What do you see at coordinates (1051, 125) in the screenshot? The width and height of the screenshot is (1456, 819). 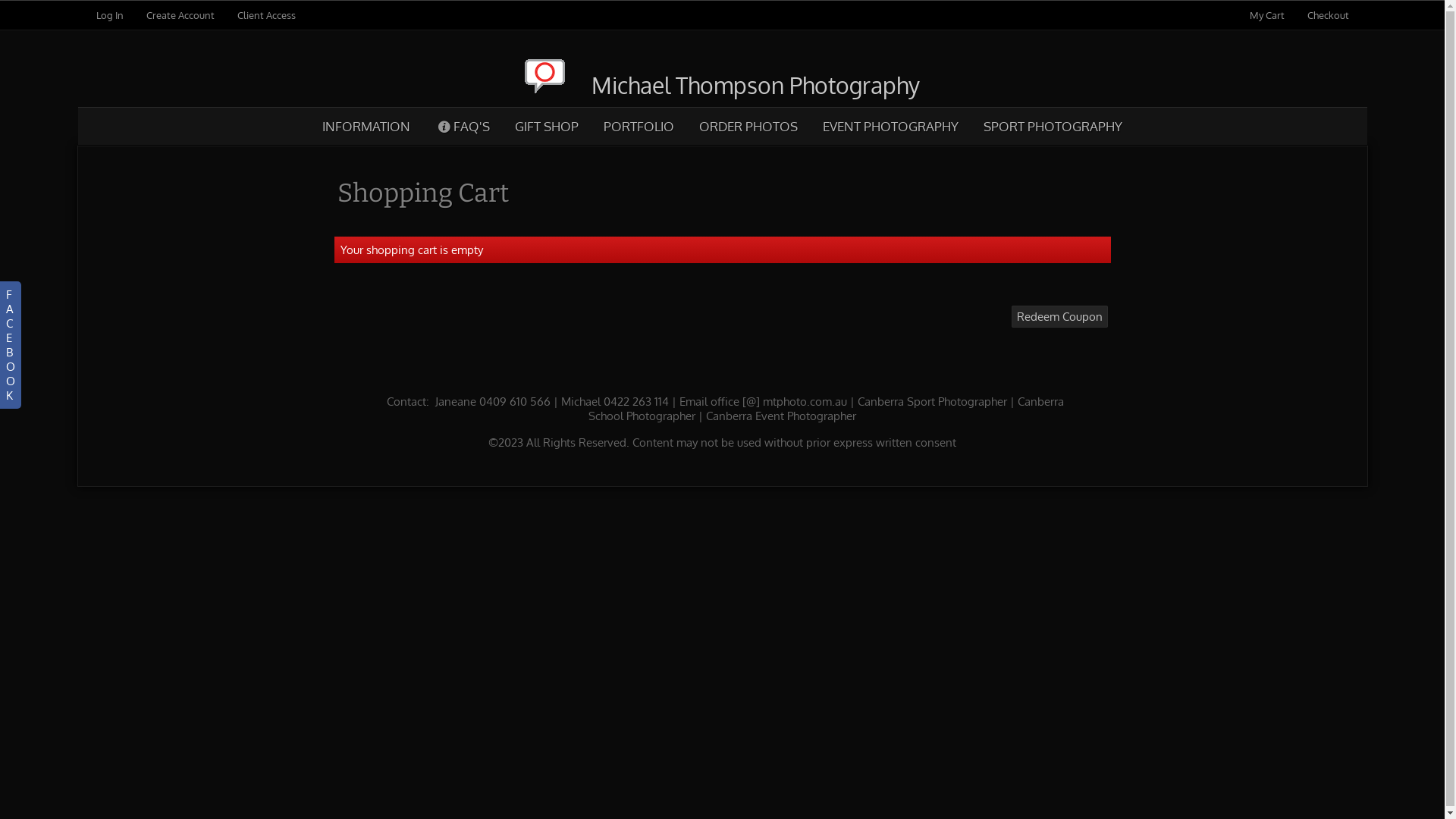 I see `'SPORT PHOTOGRAPHY'` at bounding box center [1051, 125].